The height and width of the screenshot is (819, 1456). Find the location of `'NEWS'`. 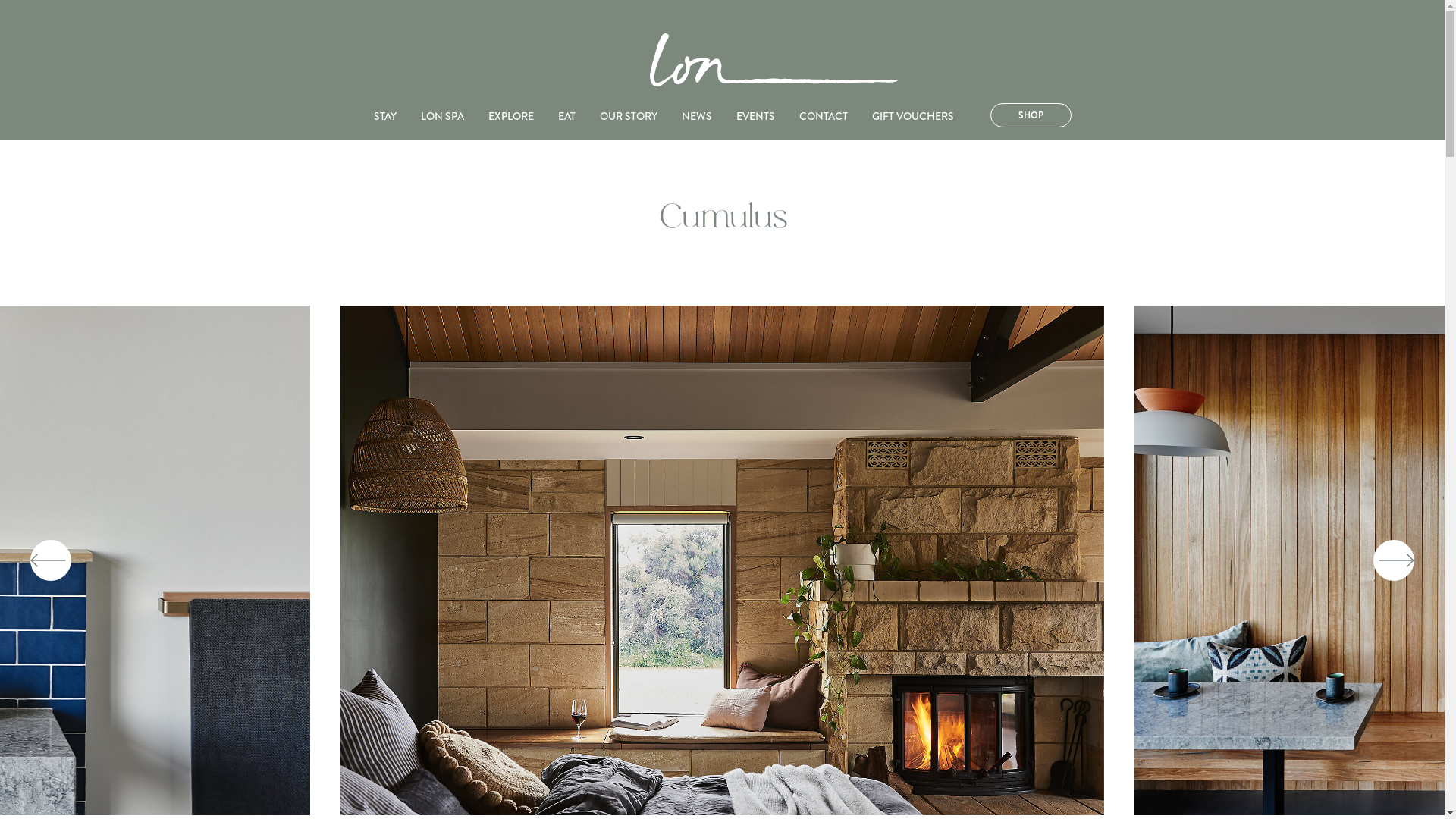

'NEWS' is located at coordinates (695, 115).